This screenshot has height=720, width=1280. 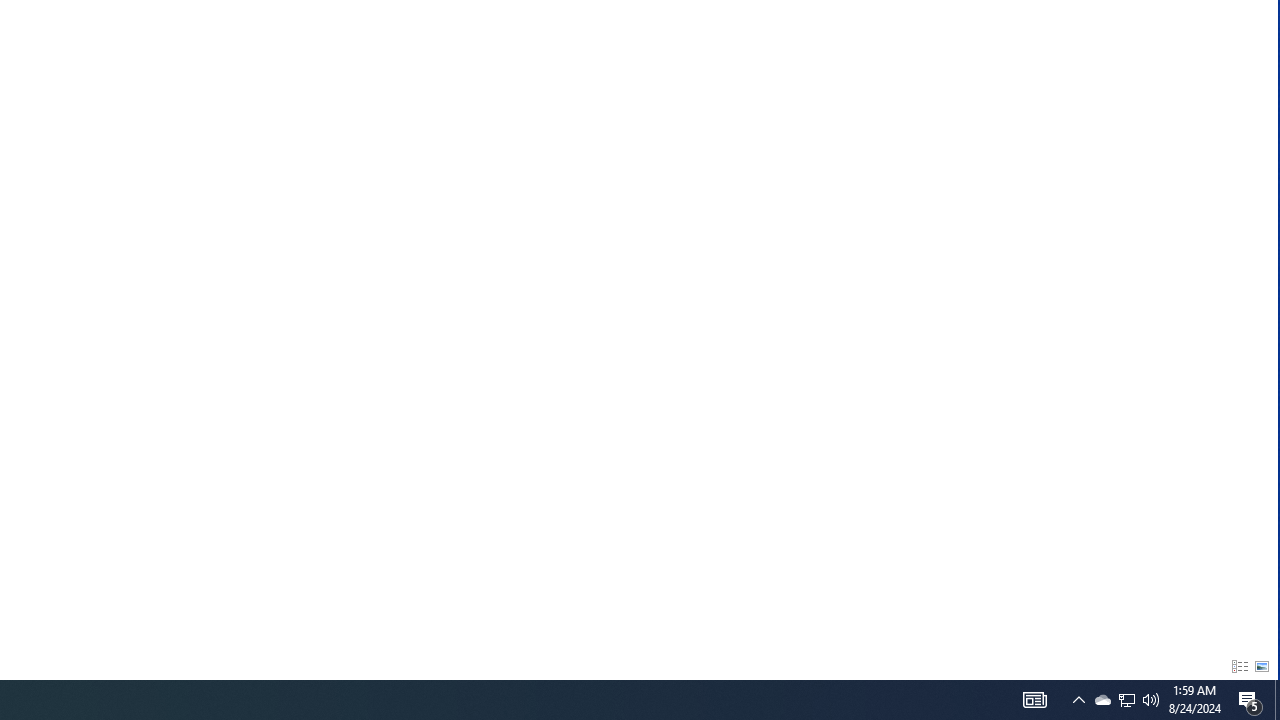 What do you see at coordinates (1261, 667) in the screenshot?
I see `'Large Icons'` at bounding box center [1261, 667].